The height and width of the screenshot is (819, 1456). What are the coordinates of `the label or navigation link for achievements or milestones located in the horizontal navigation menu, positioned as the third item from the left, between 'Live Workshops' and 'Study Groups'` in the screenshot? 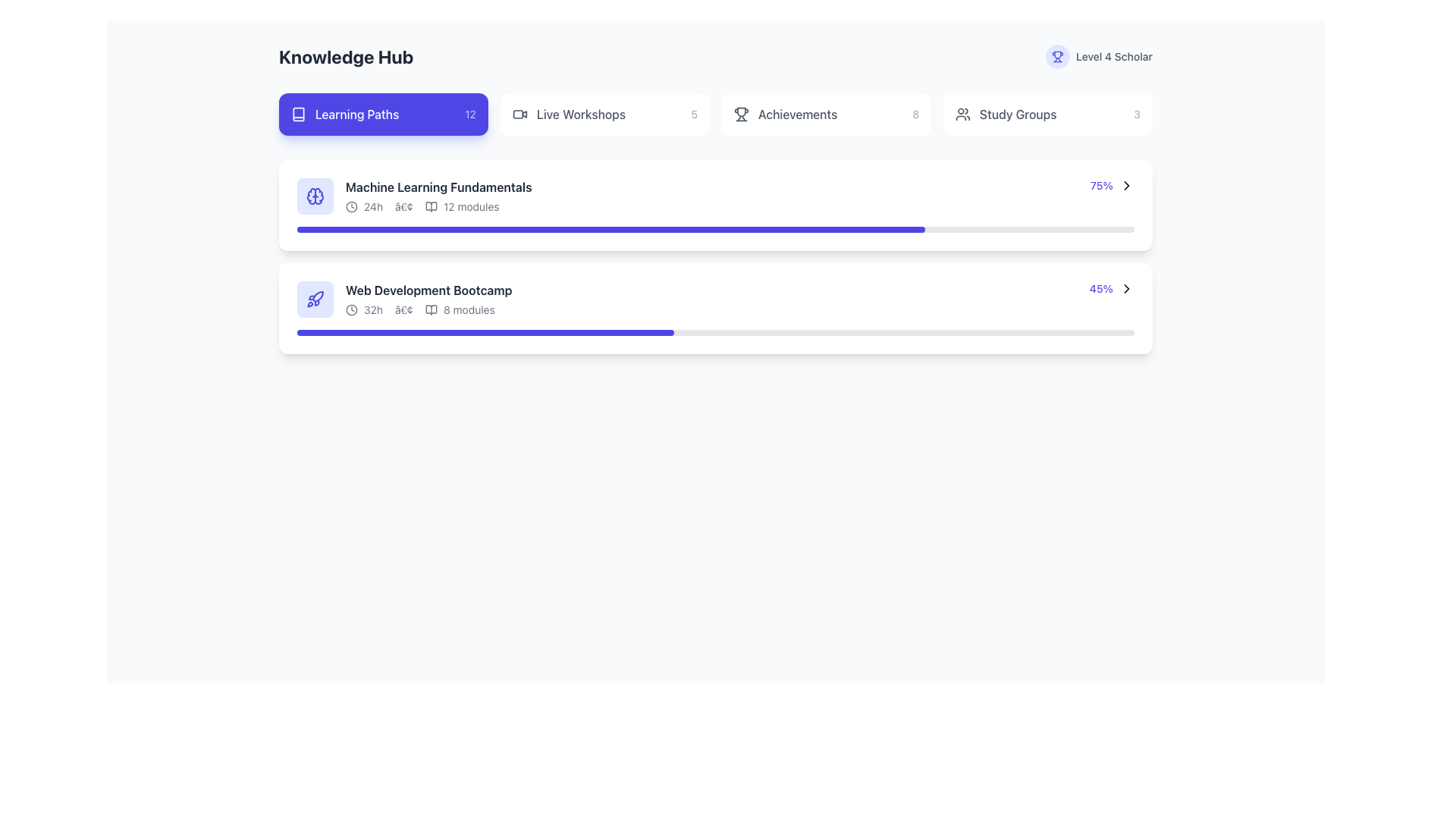 It's located at (797, 113).